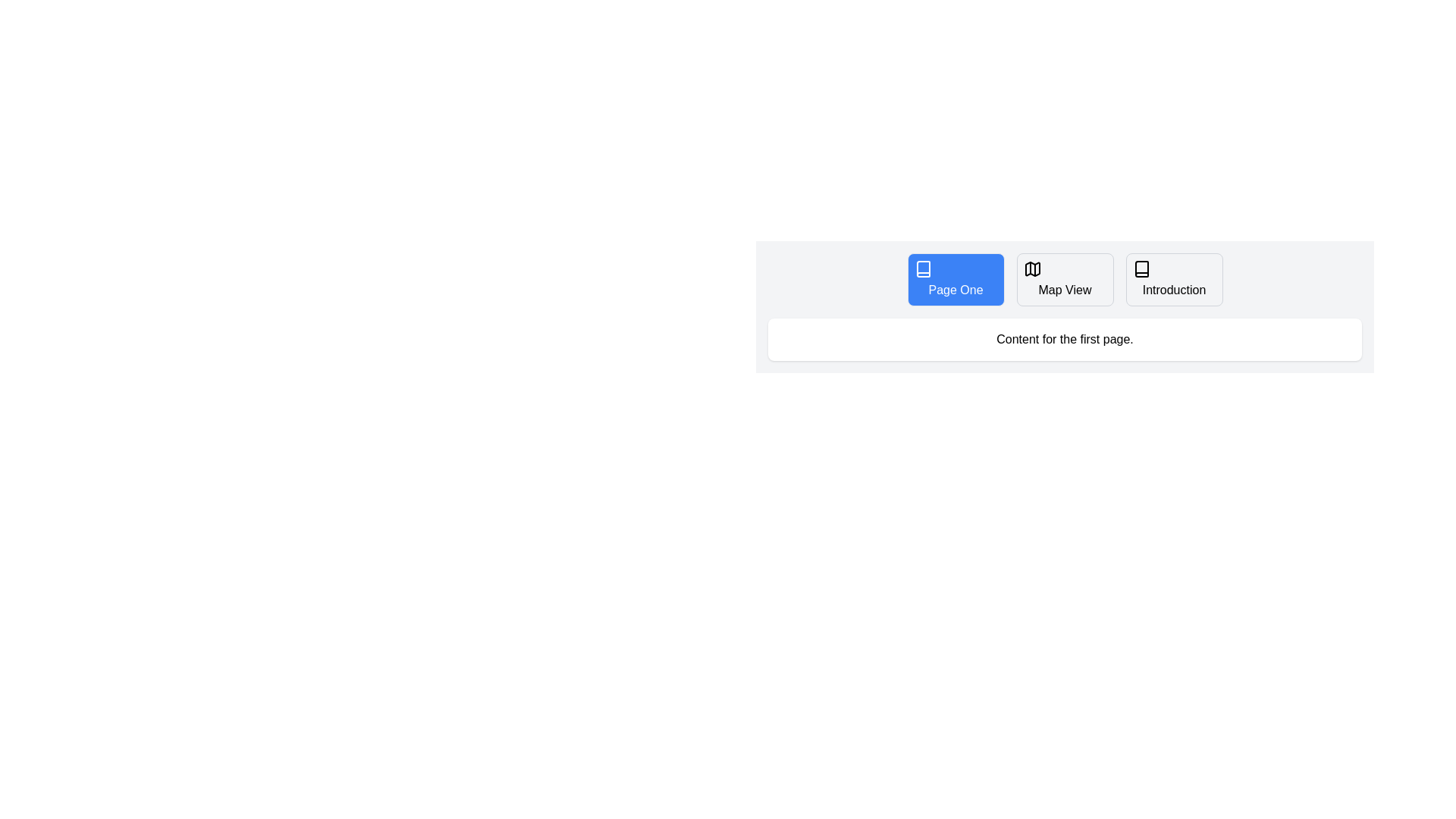 The width and height of the screenshot is (1456, 819). I want to click on the 'Map View' button, which contains a map icon, so click(1031, 268).